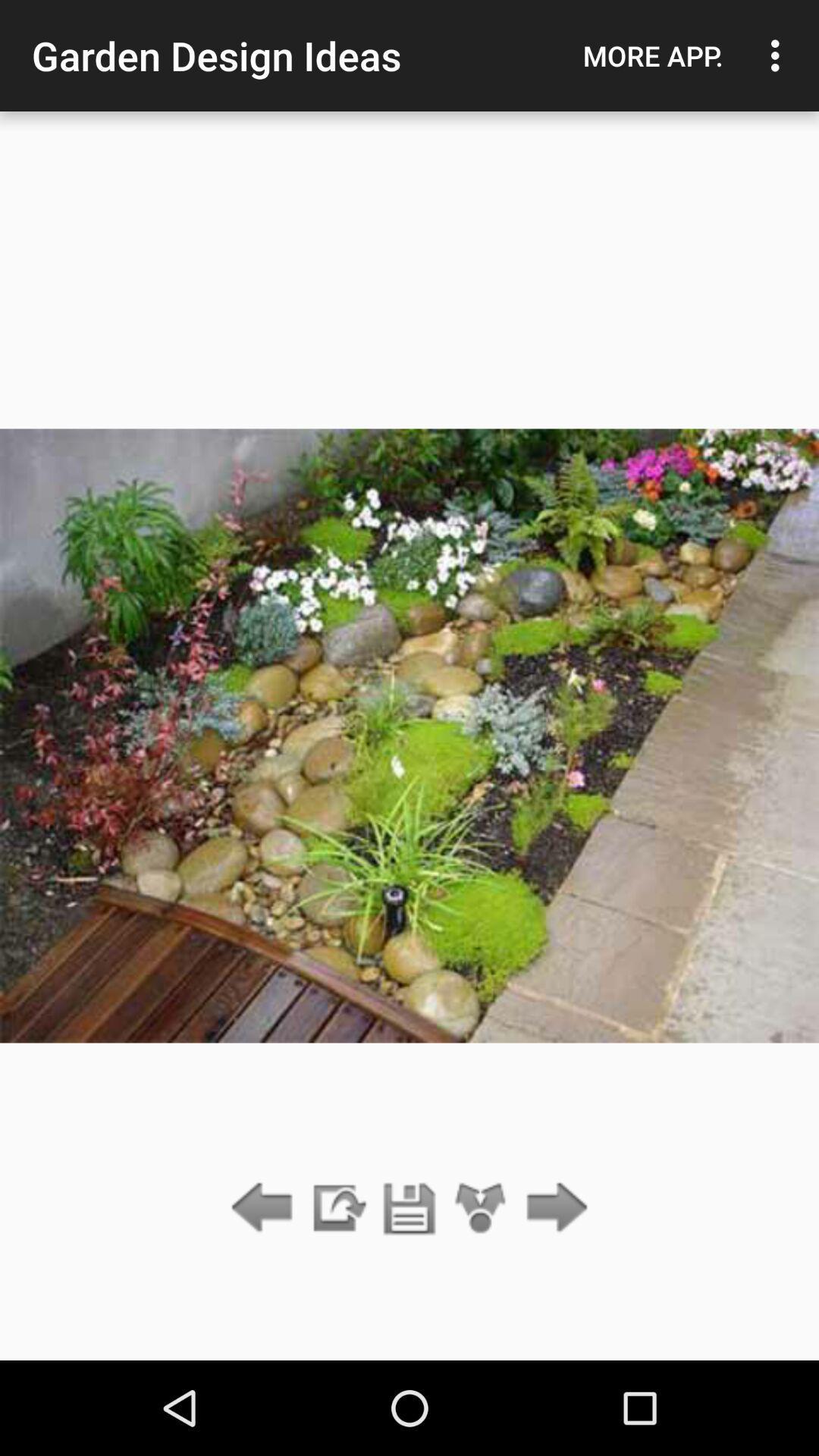  I want to click on icon at the bottom right corner, so click(553, 1208).